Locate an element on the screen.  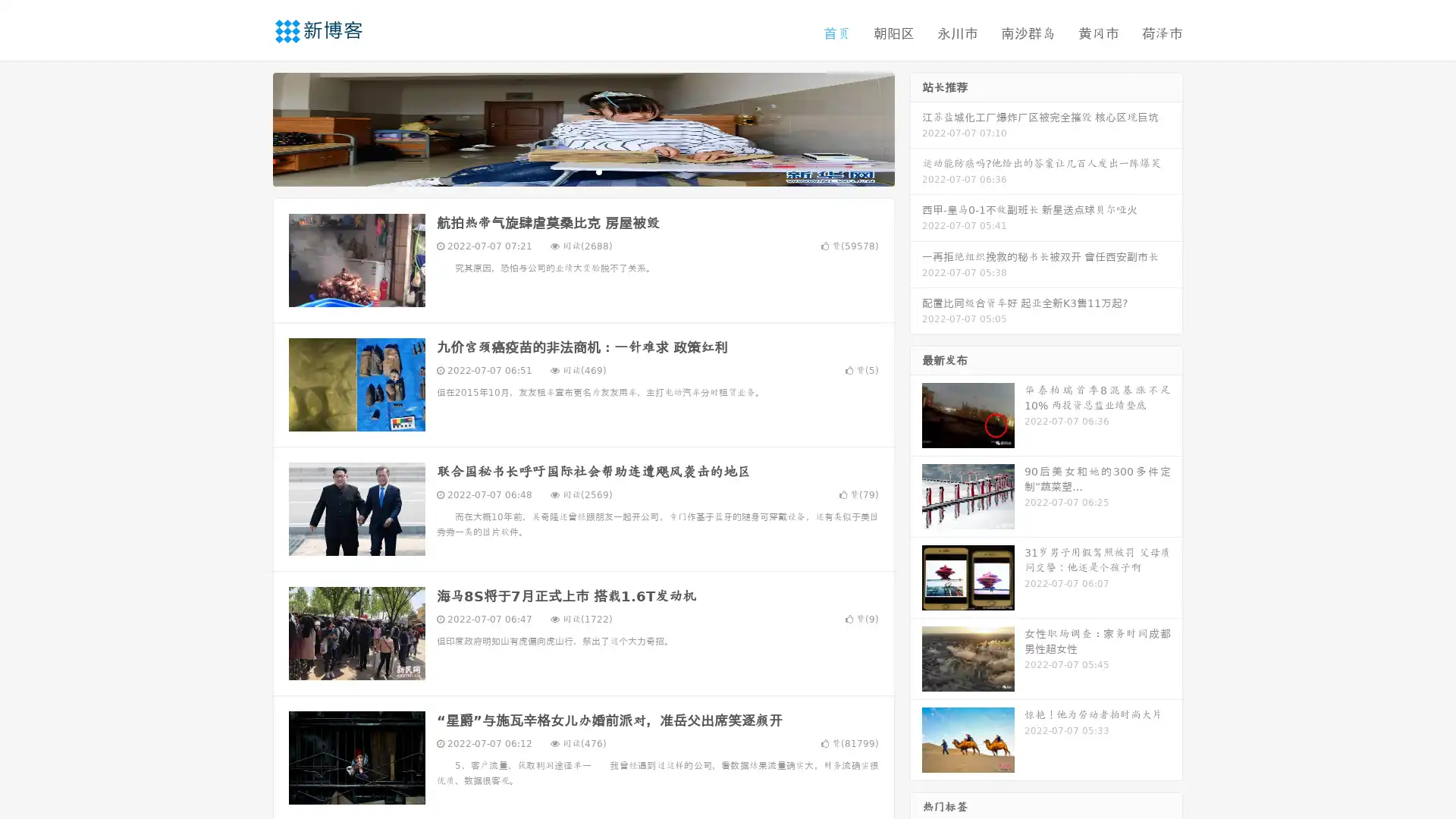
Previous slide is located at coordinates (250, 127).